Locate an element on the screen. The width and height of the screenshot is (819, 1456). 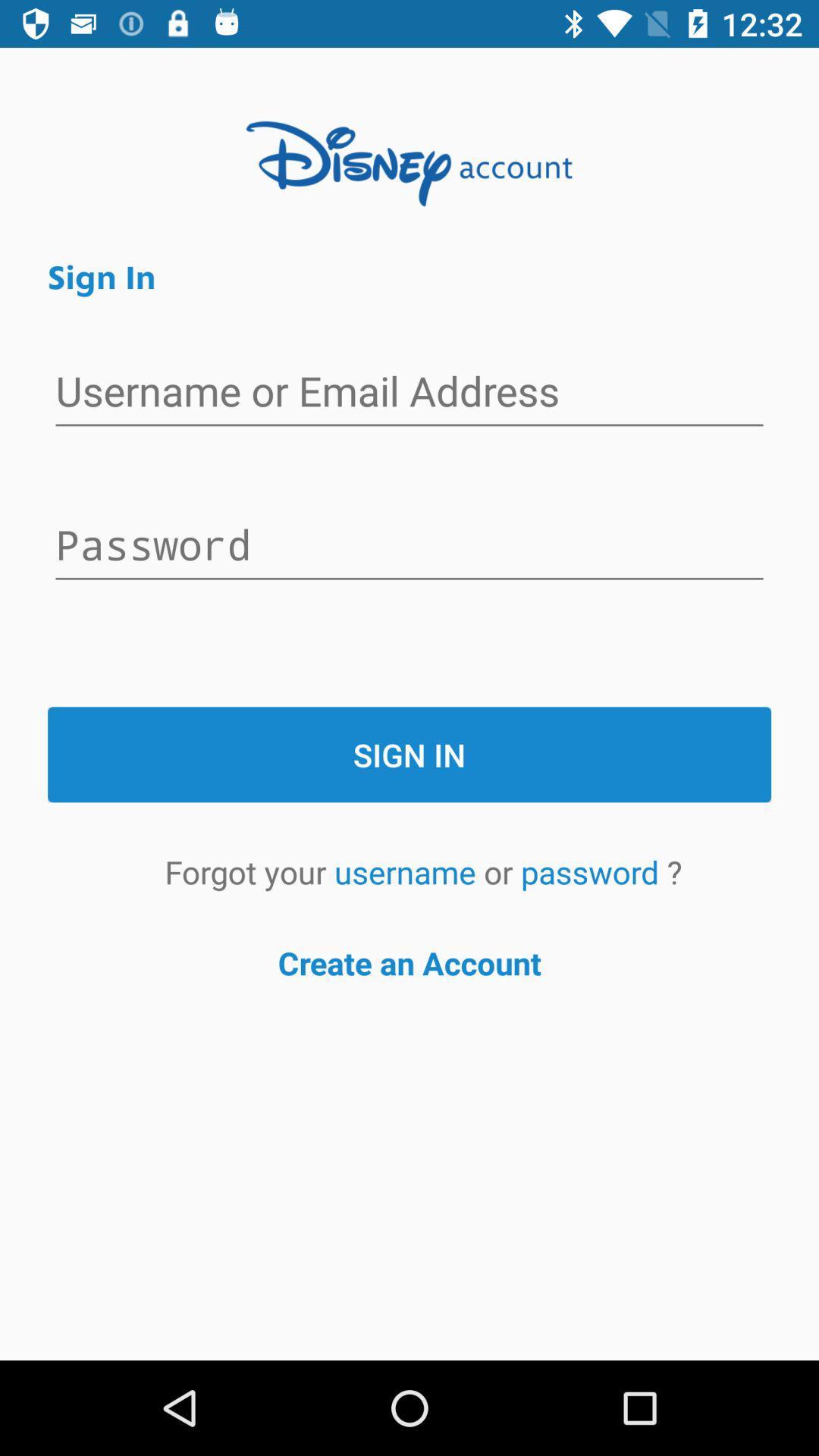
item to the right of forgot your  icon is located at coordinates (408, 871).